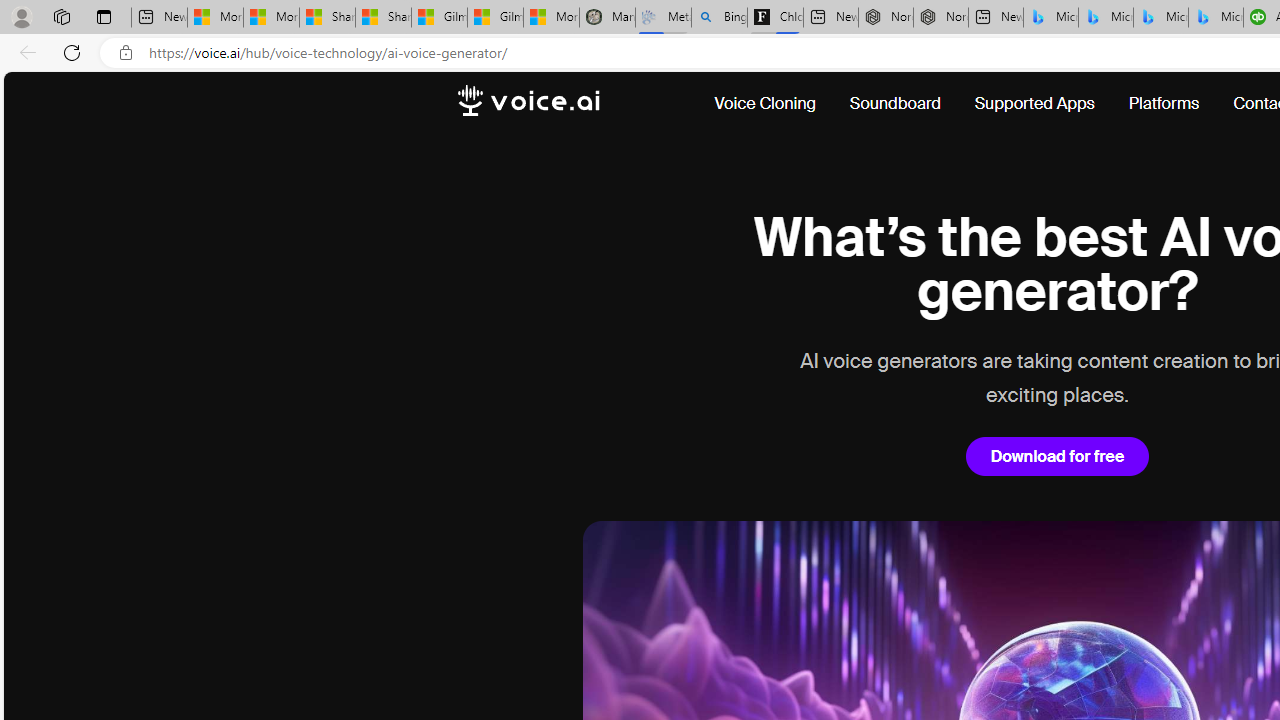  I want to click on 'Gilma and Hector both pose tropical trouble for Hawaii', so click(496, 17).